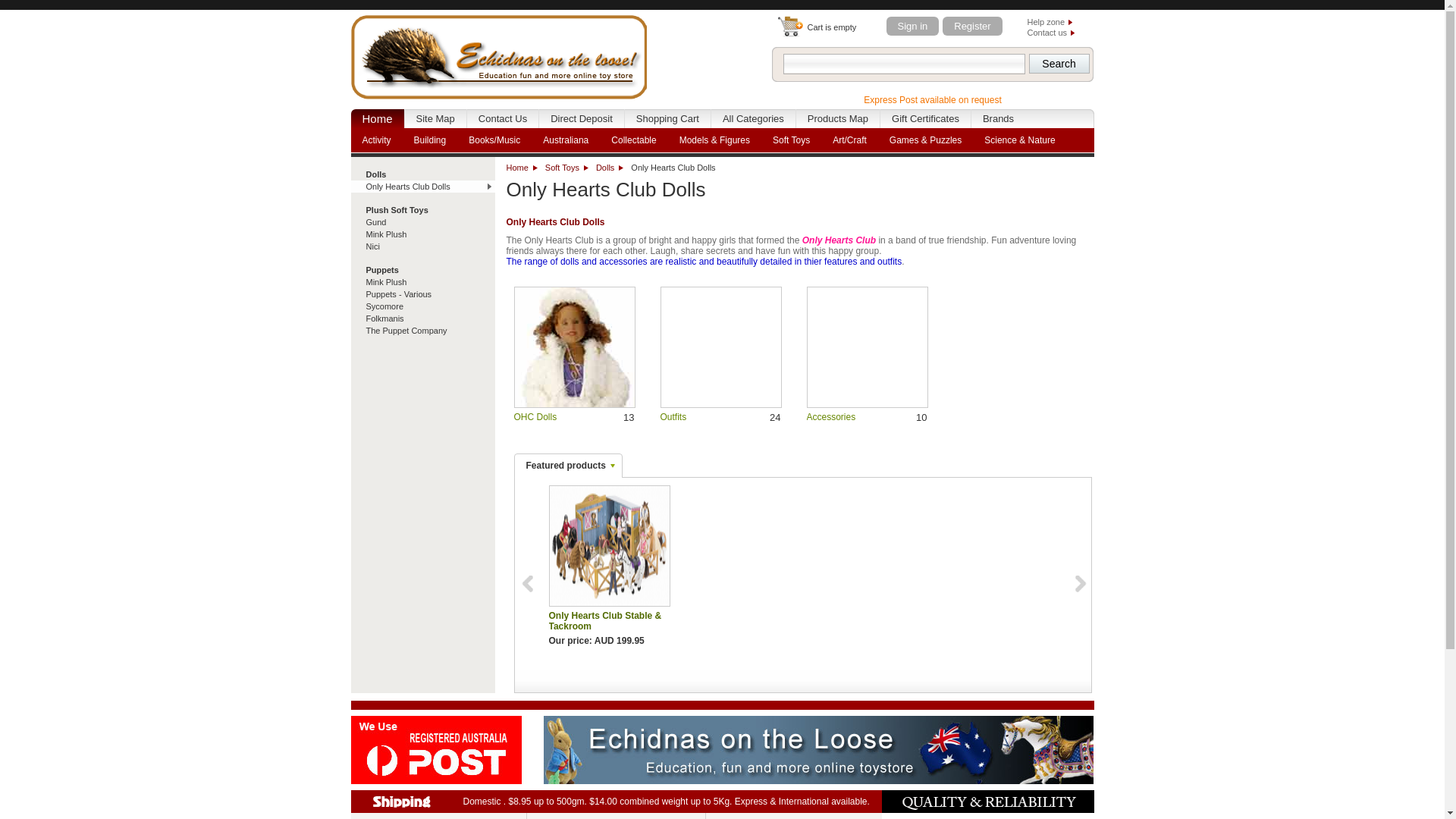  Describe the element at coordinates (1050, 32) in the screenshot. I see `'Contact us'` at that location.